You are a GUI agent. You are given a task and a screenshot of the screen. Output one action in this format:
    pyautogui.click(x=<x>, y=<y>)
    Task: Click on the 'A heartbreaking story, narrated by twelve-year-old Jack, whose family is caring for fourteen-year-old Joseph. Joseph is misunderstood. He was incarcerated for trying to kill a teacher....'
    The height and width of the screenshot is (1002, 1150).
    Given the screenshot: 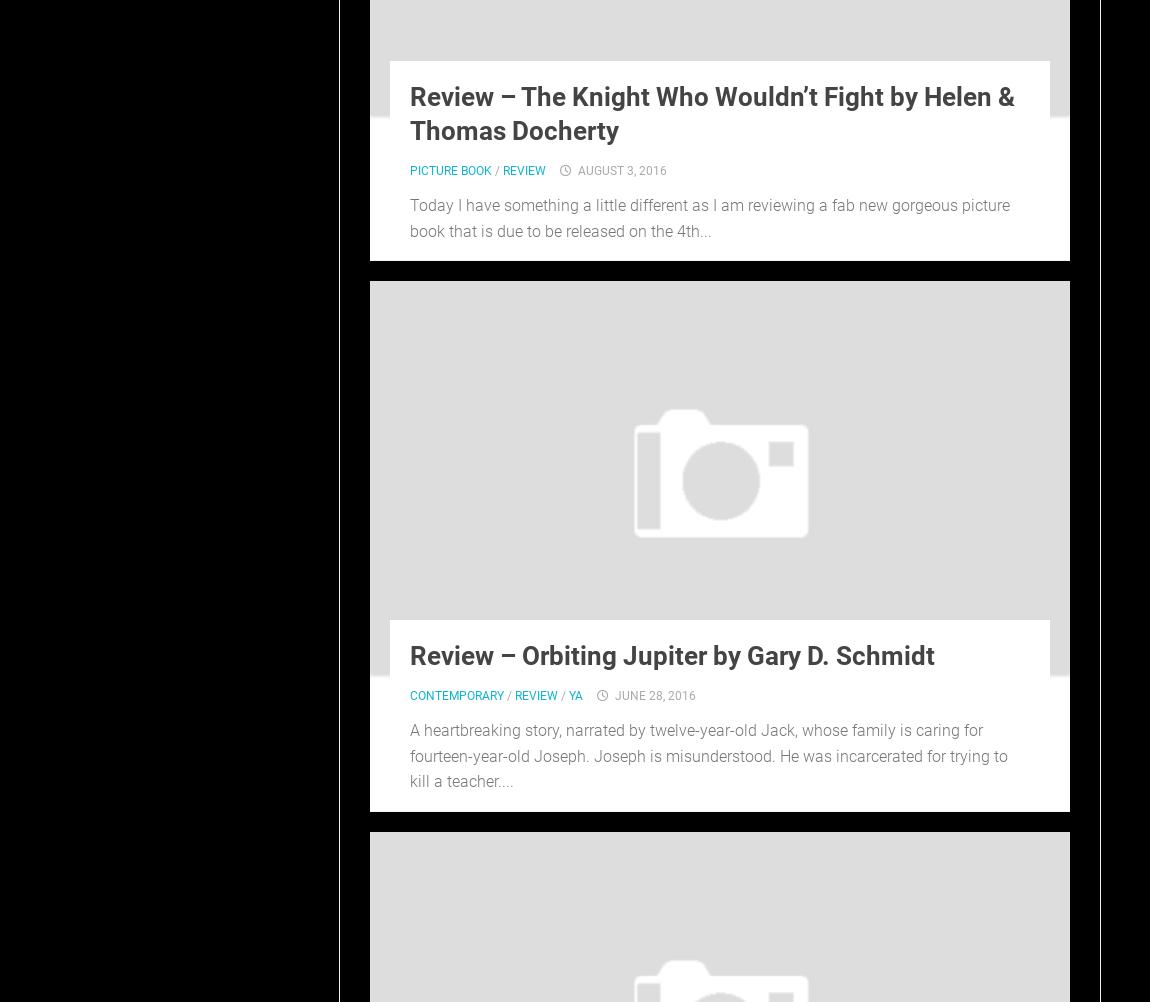 What is the action you would take?
    pyautogui.click(x=707, y=755)
    